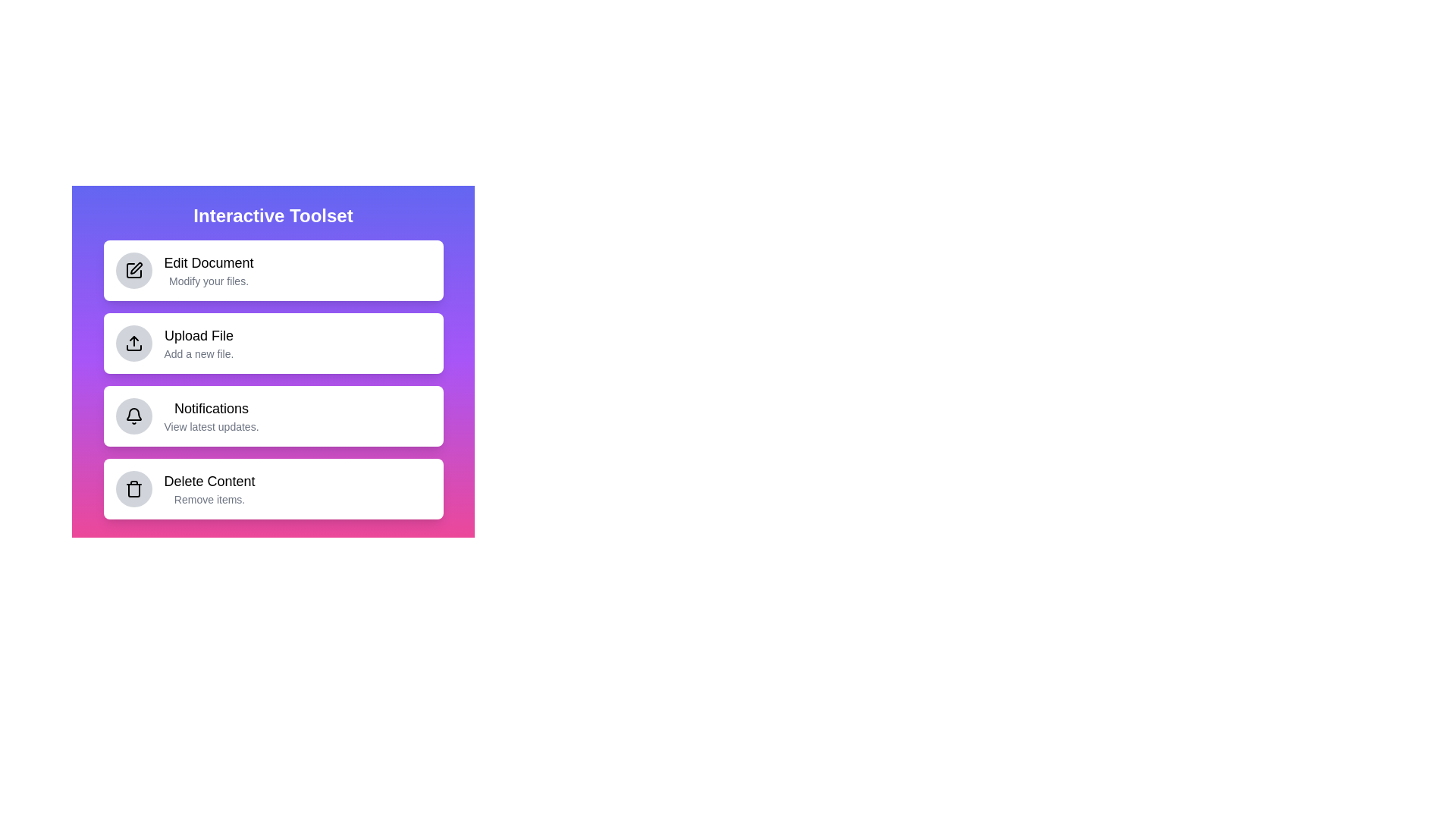  I want to click on the menu item labeled 'Delete Content' to trigger its animation effect, so click(273, 488).